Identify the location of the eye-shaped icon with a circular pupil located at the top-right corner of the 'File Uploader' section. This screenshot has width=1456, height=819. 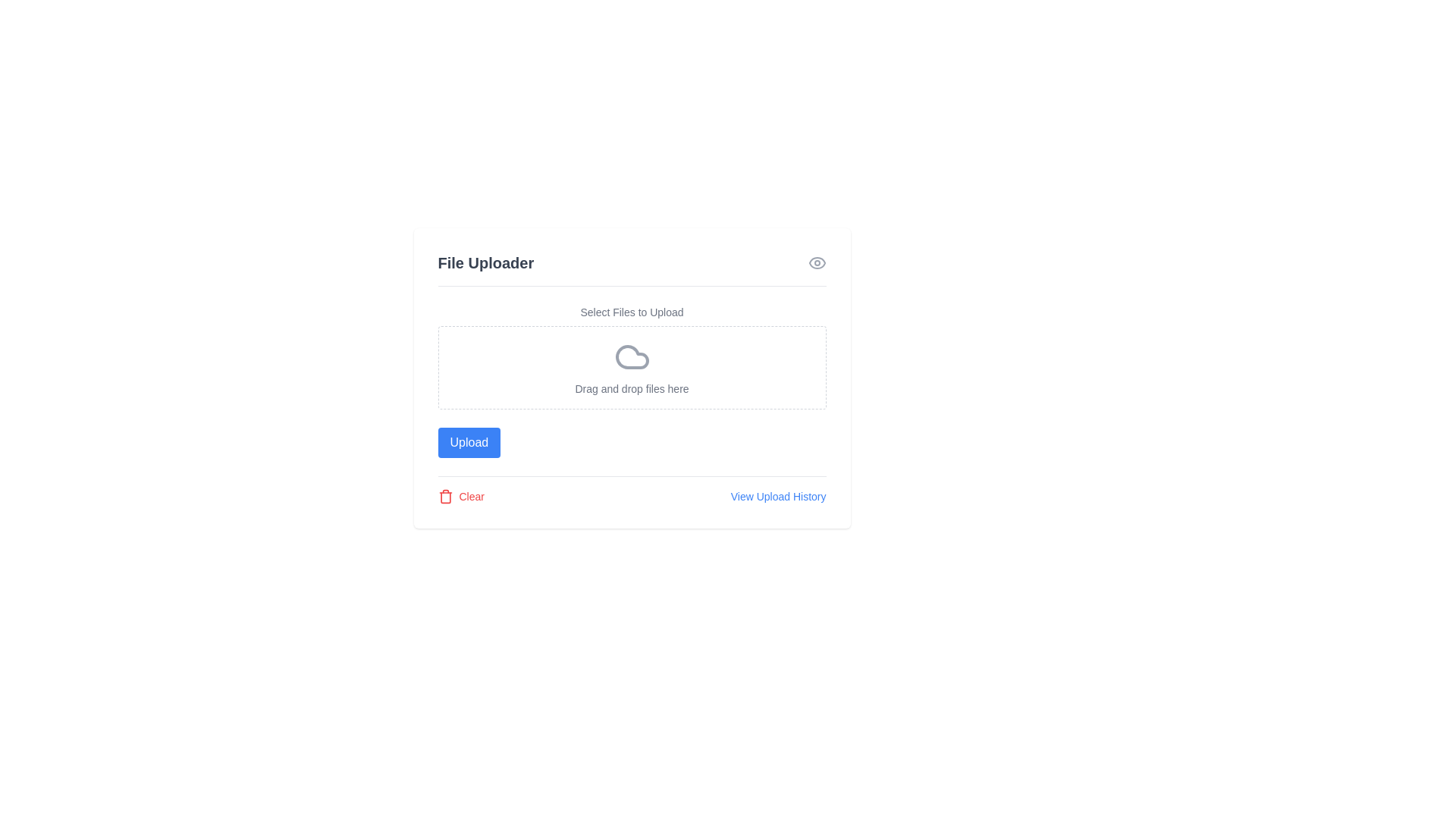
(816, 262).